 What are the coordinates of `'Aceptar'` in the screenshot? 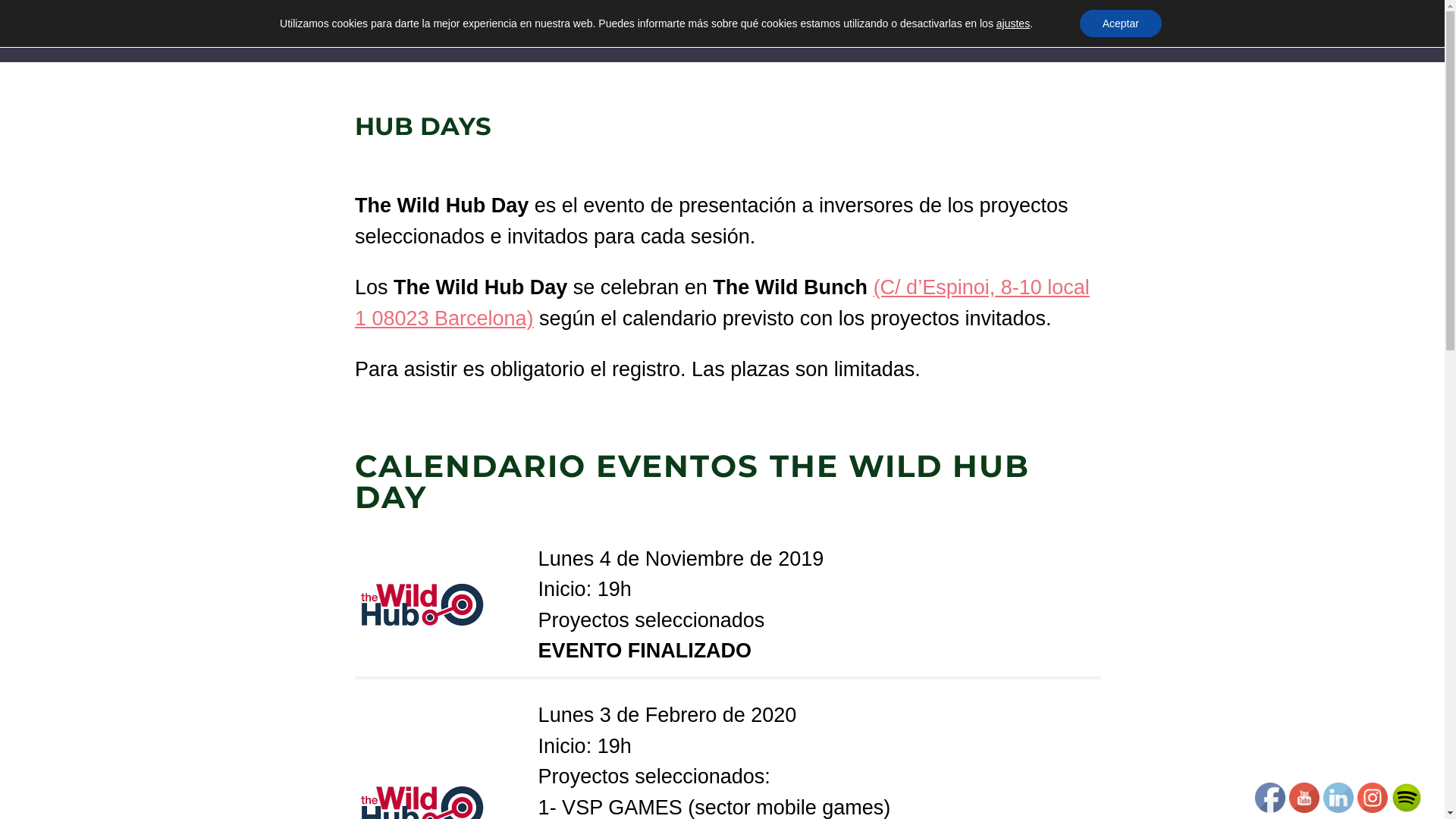 It's located at (1079, 23).